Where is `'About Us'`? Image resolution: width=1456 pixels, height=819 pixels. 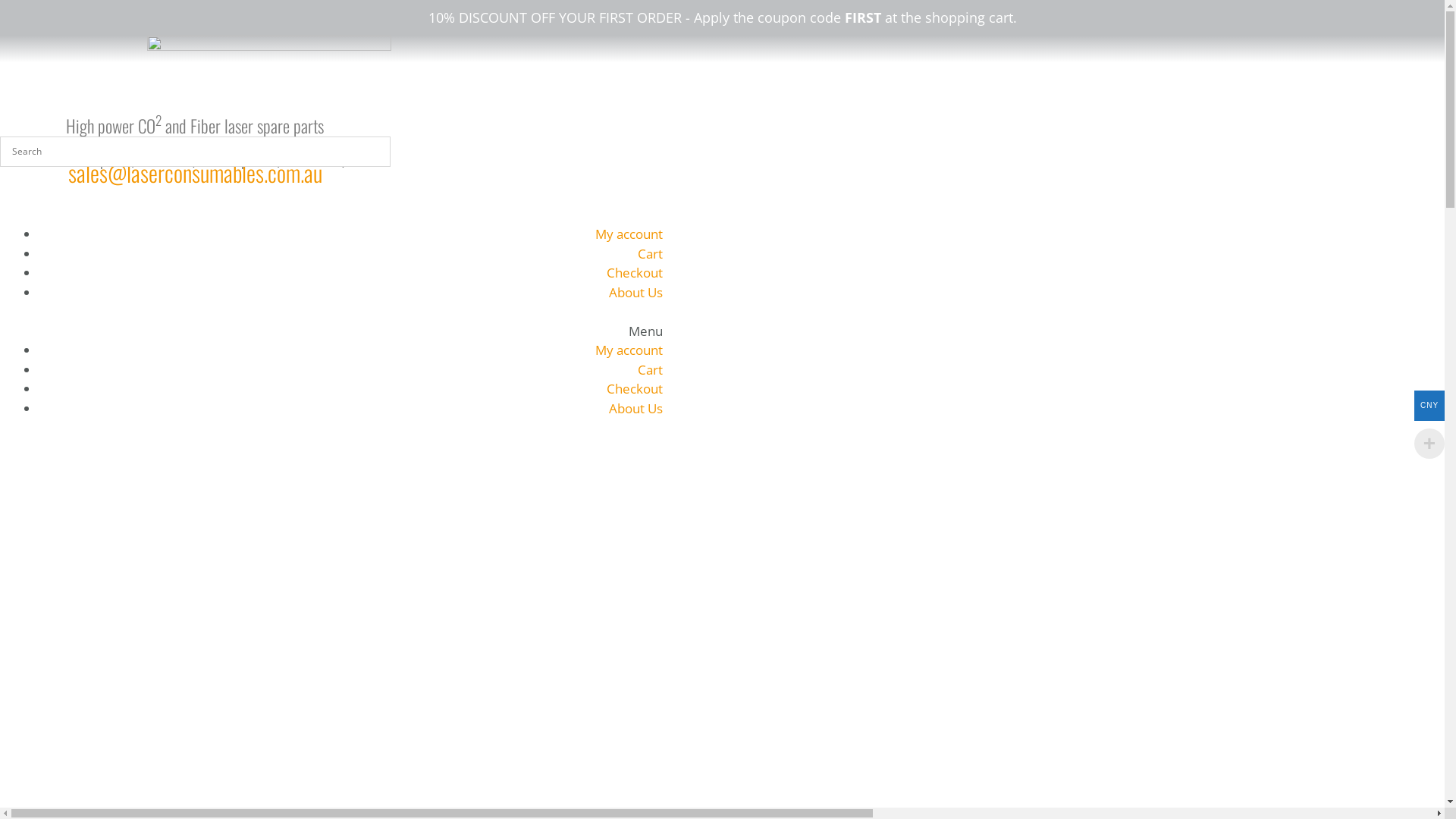
'About Us' is located at coordinates (635, 292).